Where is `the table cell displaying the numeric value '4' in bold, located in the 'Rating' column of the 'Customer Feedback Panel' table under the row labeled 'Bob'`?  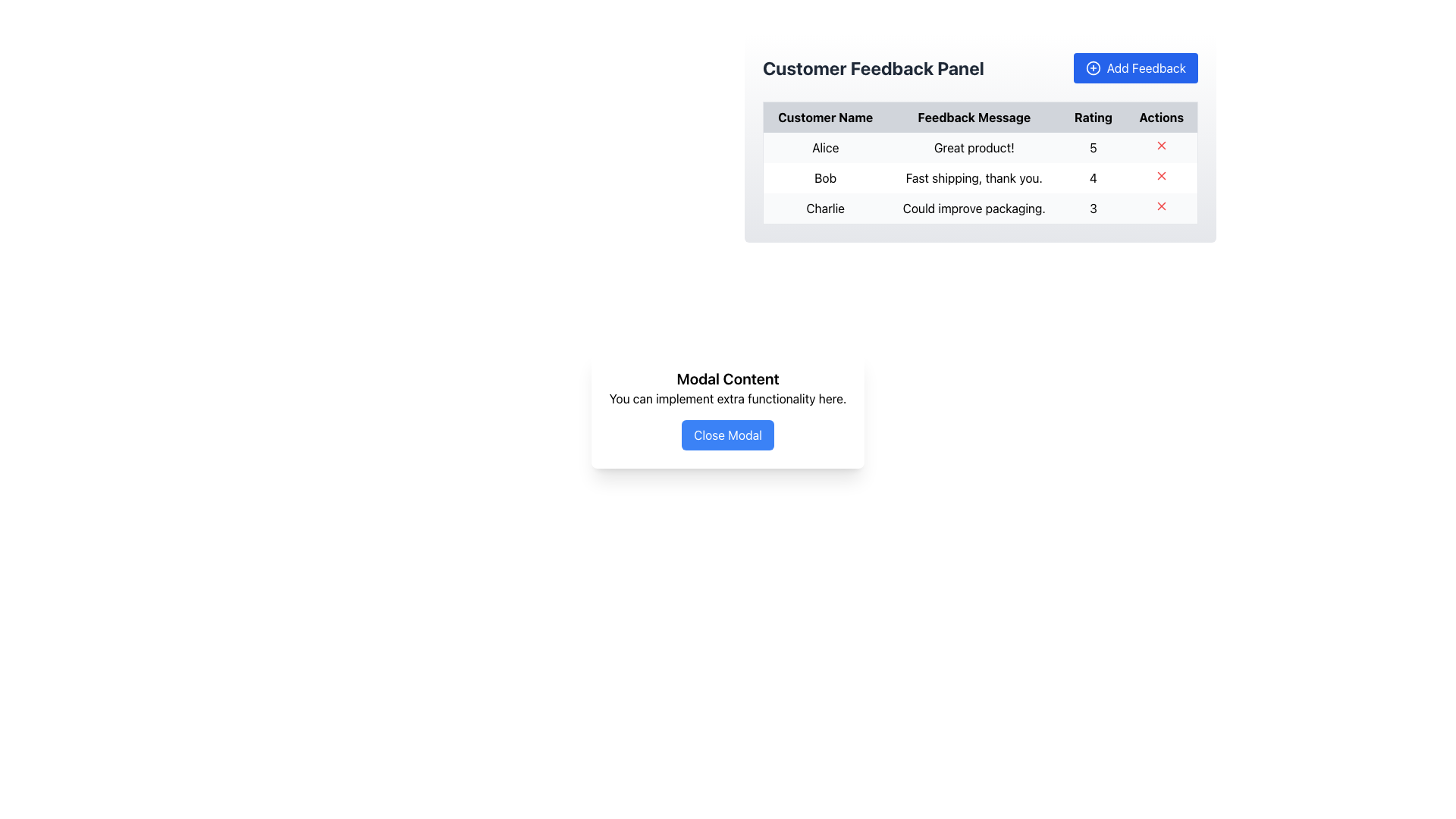 the table cell displaying the numeric value '4' in bold, located in the 'Rating' column of the 'Customer Feedback Panel' table under the row labeled 'Bob' is located at coordinates (1093, 177).